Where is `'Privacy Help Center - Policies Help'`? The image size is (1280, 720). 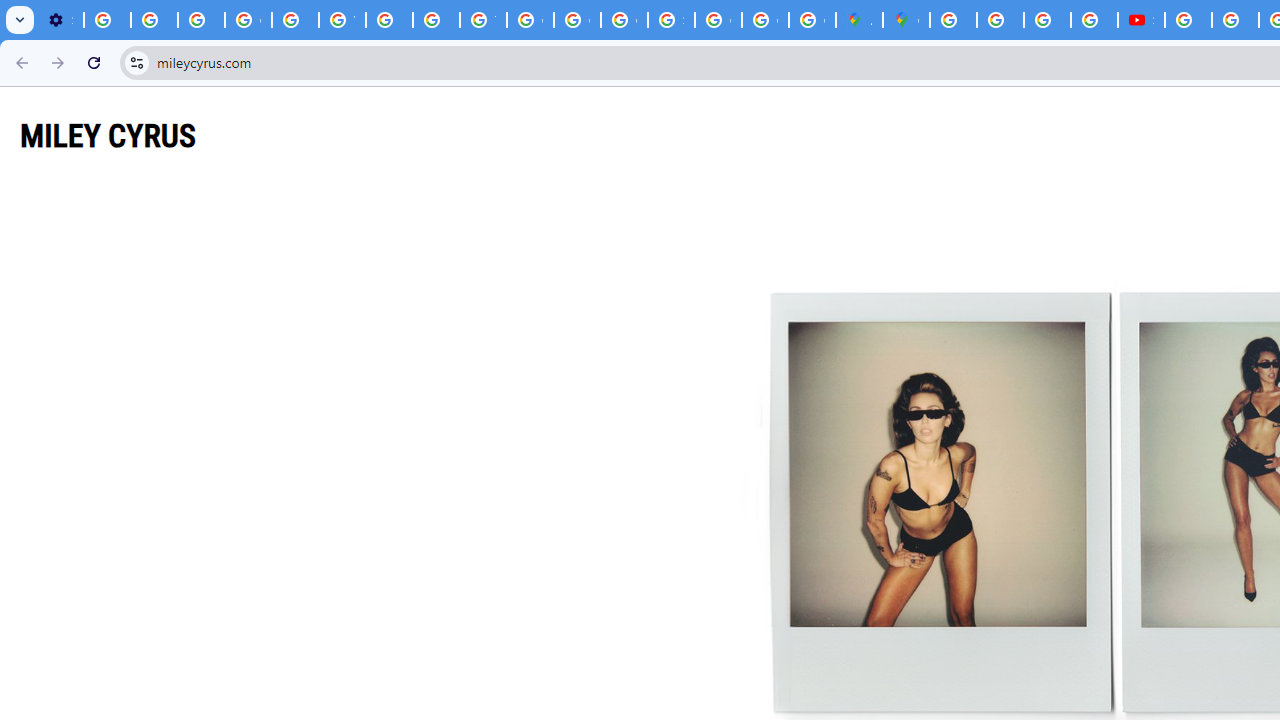
'Privacy Help Center - Policies Help' is located at coordinates (294, 20).